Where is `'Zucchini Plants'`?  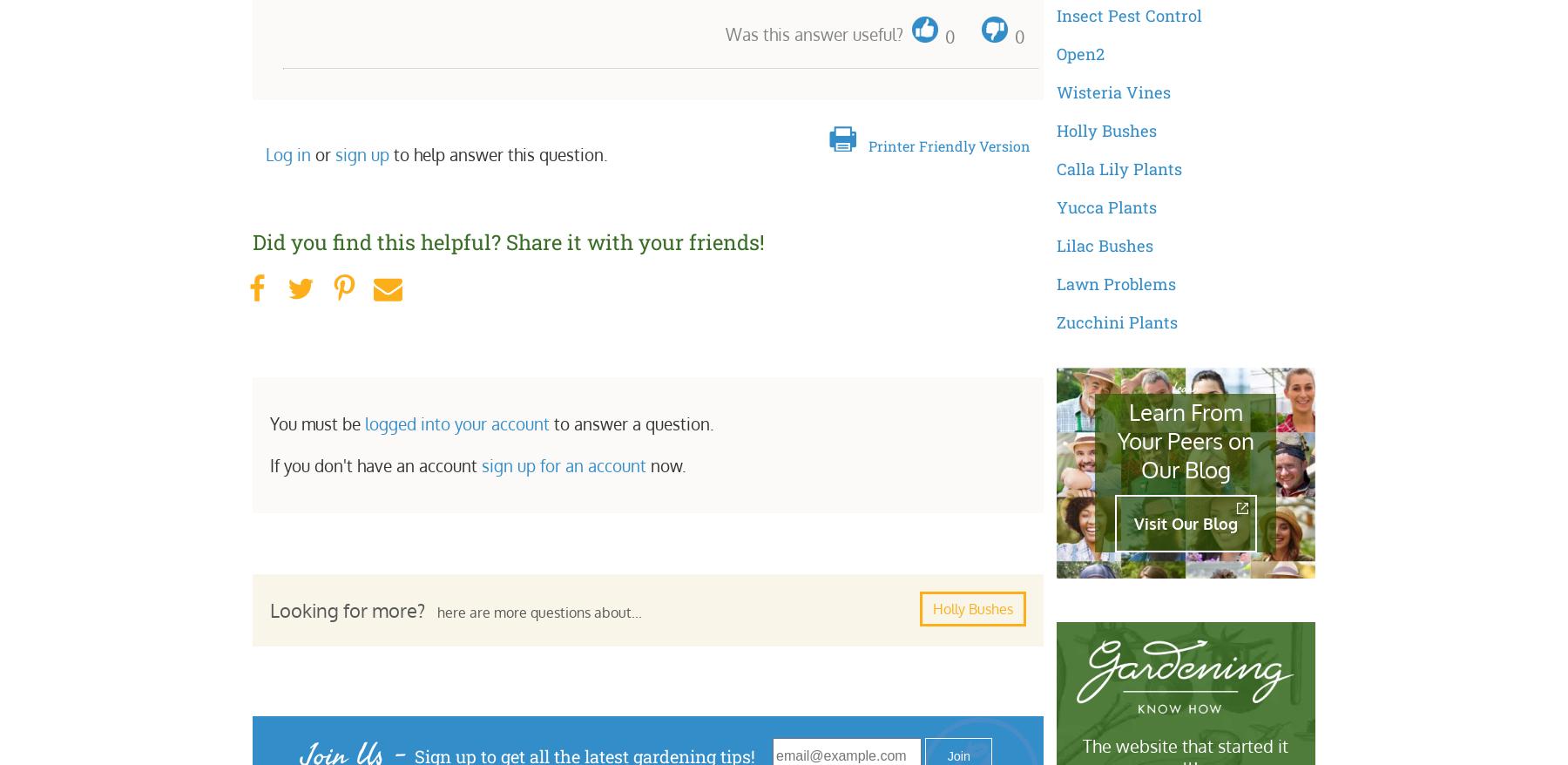 'Zucchini Plants' is located at coordinates (1054, 321).